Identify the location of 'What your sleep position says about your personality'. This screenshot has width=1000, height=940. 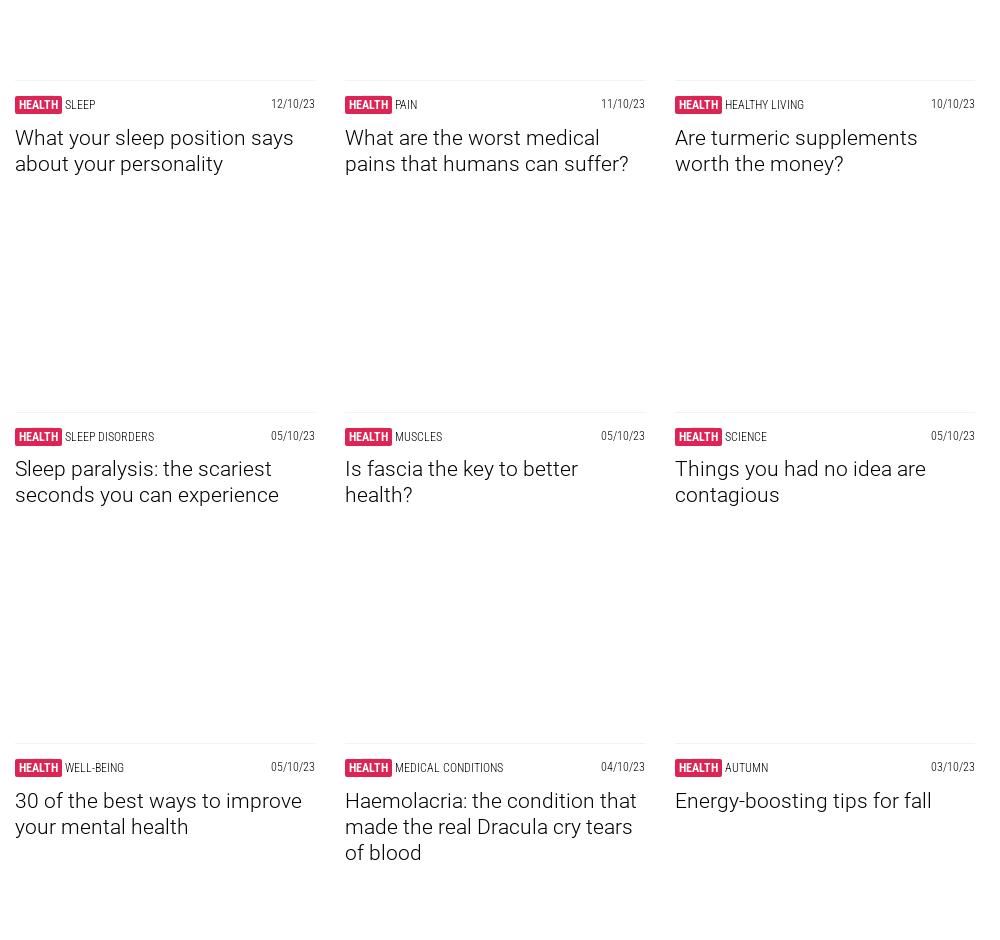
(154, 149).